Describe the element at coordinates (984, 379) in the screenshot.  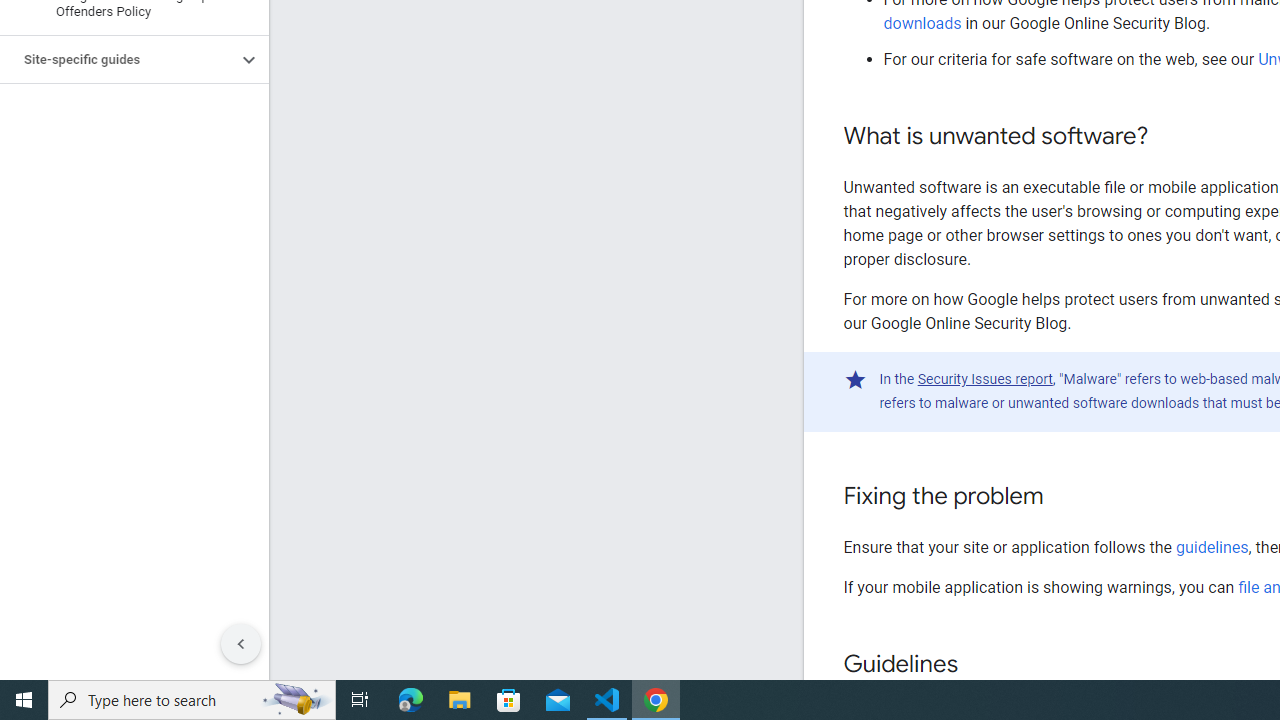
I see `'Security Issues report'` at that location.